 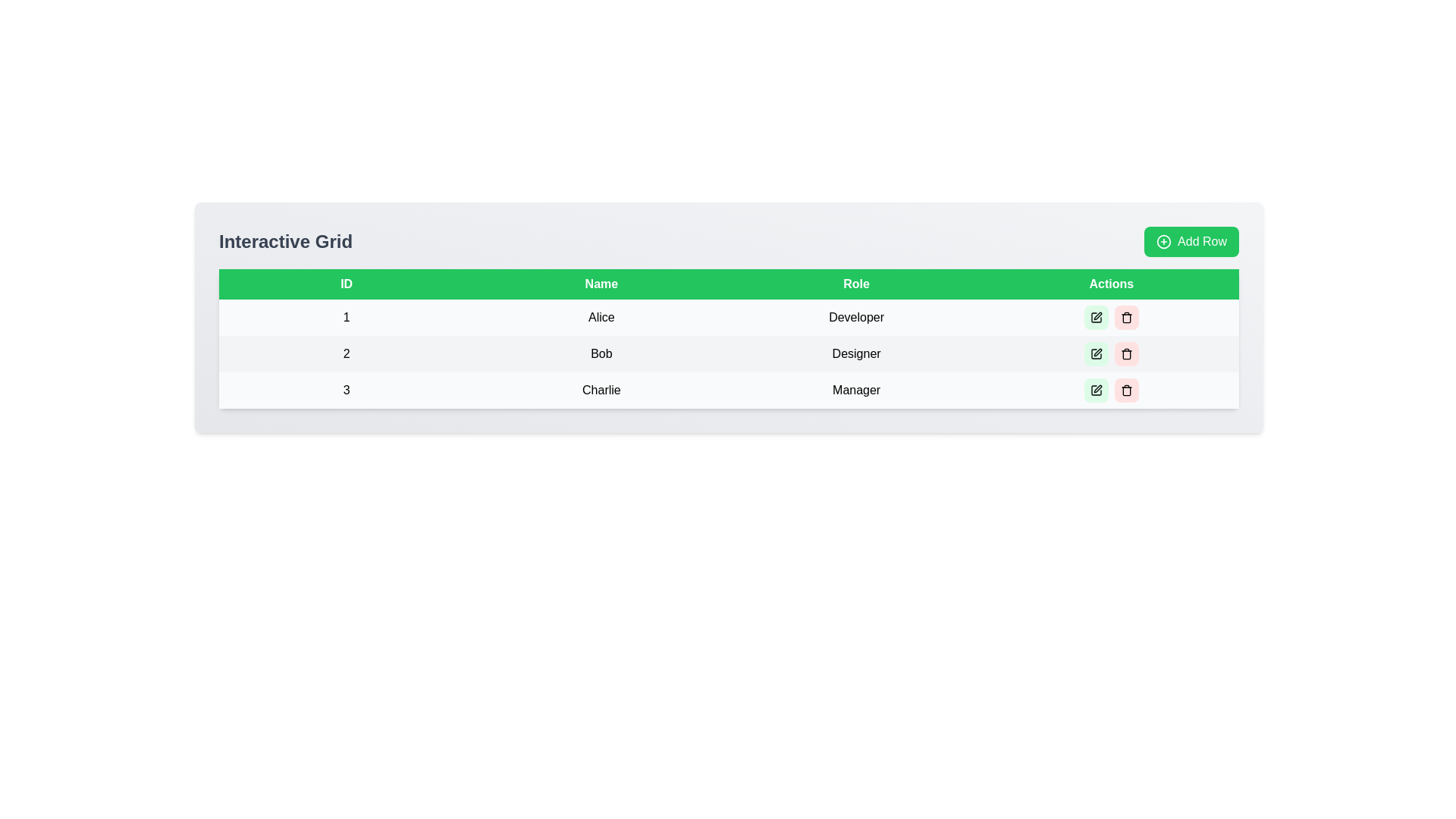 What do you see at coordinates (601, 317) in the screenshot?
I see `the table cell displaying the text 'Alice' located in the middle column of the first data row under the 'Name' column` at bounding box center [601, 317].